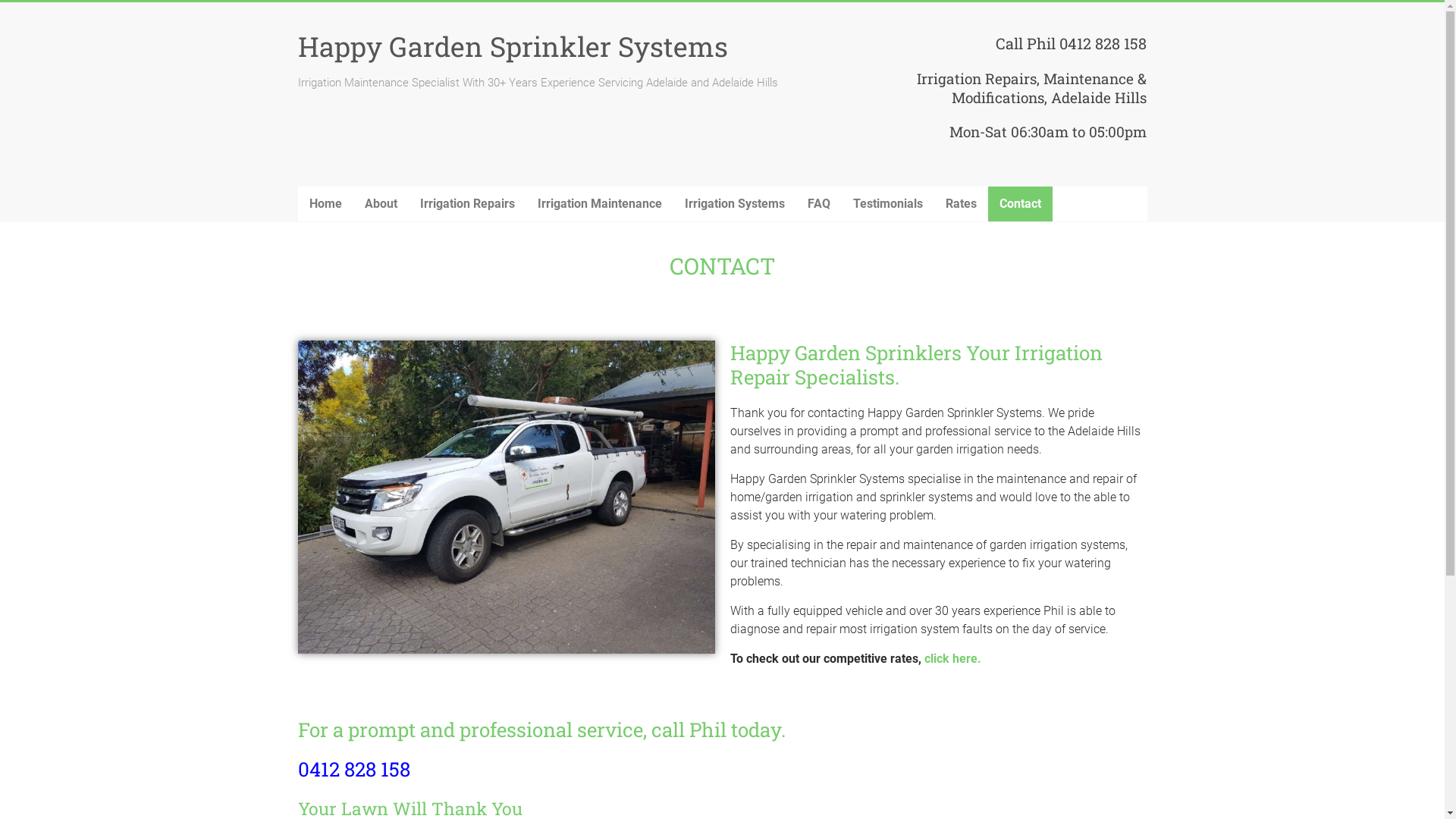 This screenshot has height=819, width=1456. Describe the element at coordinates (352, 769) in the screenshot. I see `'0412 828 158'` at that location.